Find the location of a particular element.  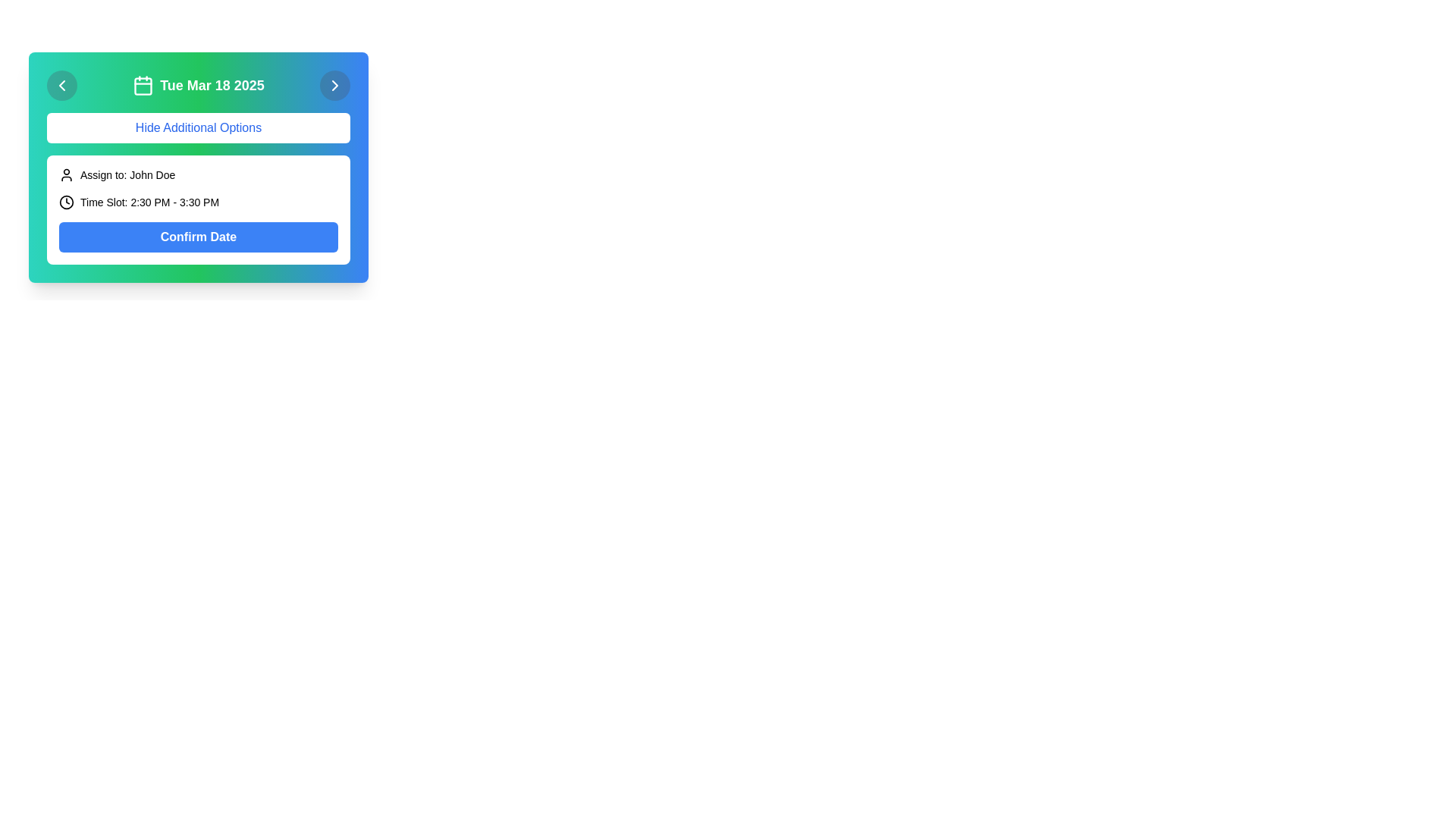

the left-pointing chevron-shaped navigation control icon located at the top-left corner of the calendar interface is located at coordinates (61, 85).